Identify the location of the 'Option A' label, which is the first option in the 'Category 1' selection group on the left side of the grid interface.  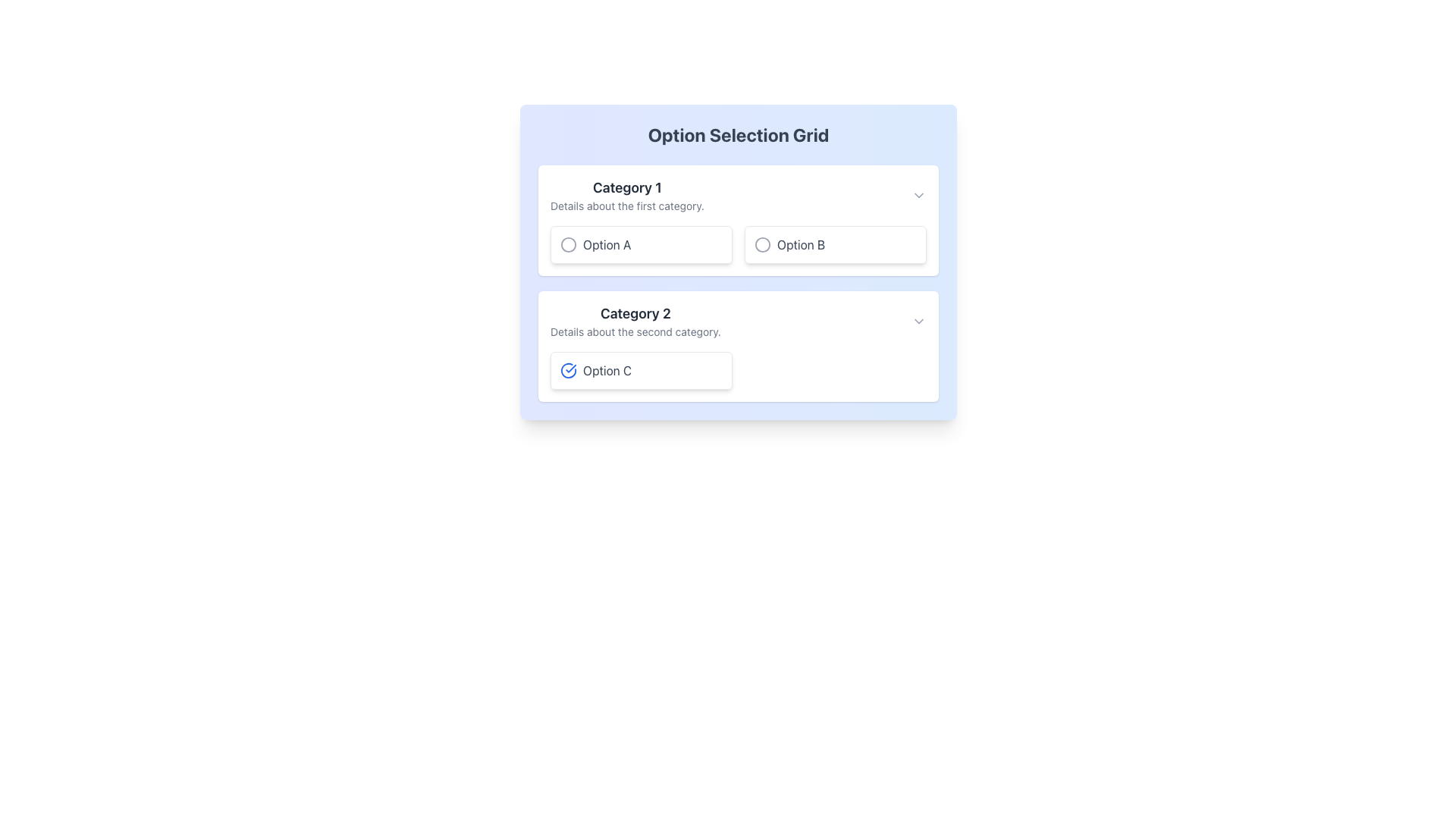
(607, 244).